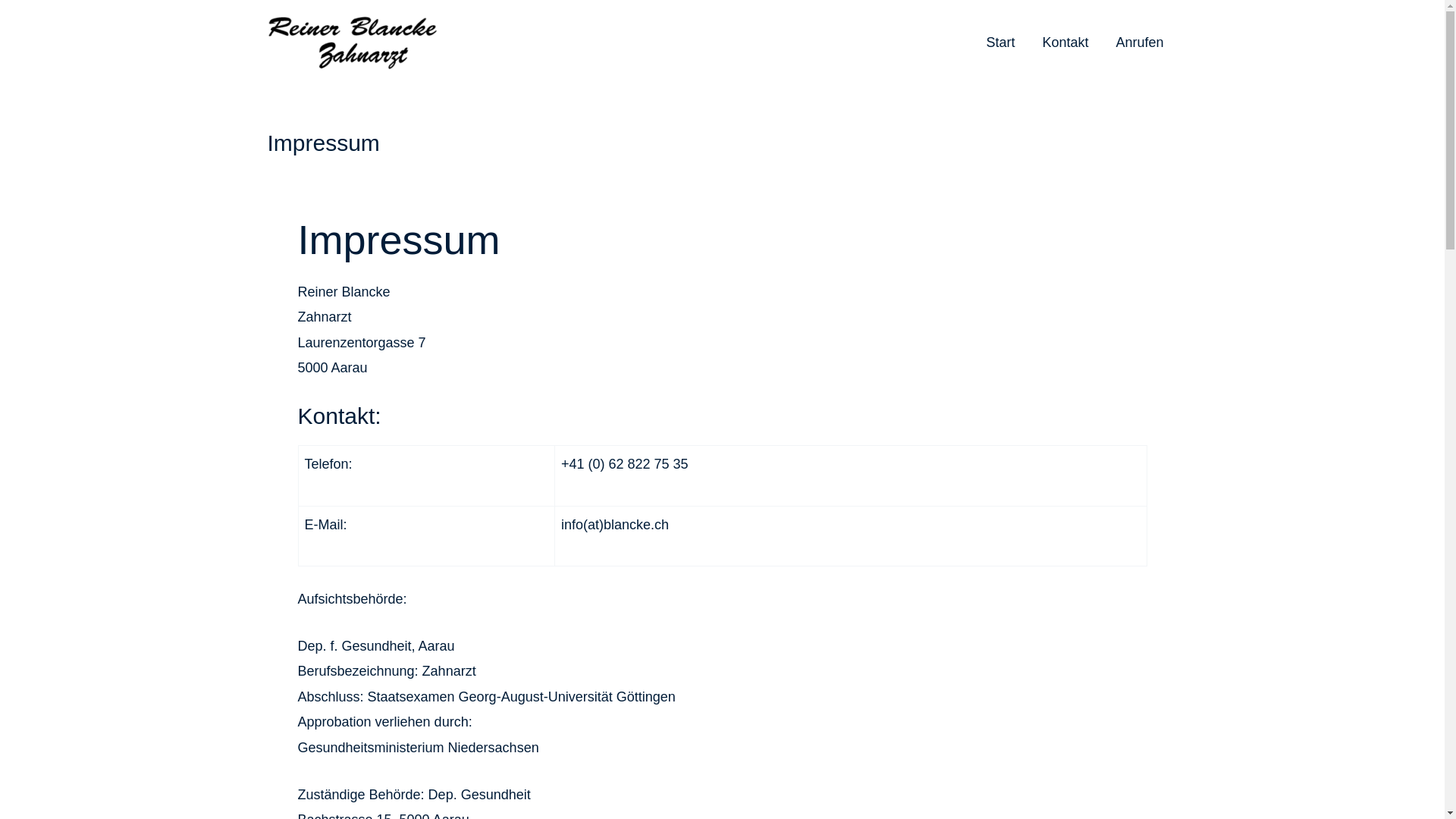  What do you see at coordinates (1064, 42) in the screenshot?
I see `'Kontakt'` at bounding box center [1064, 42].